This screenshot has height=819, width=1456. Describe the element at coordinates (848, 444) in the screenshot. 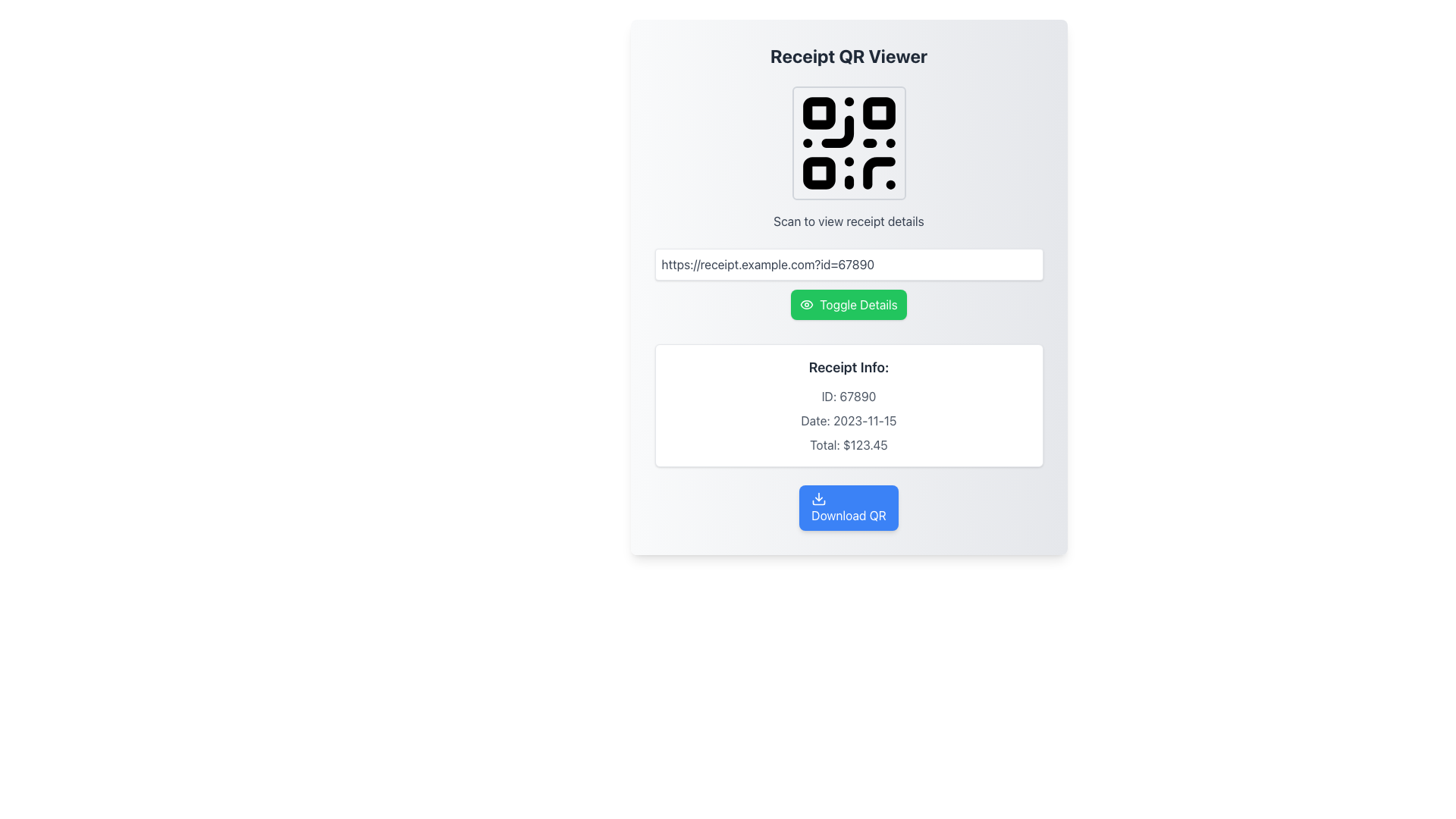

I see `the static text displaying the total amount of the receipt, located centrally below the date information in the receipt section` at that location.